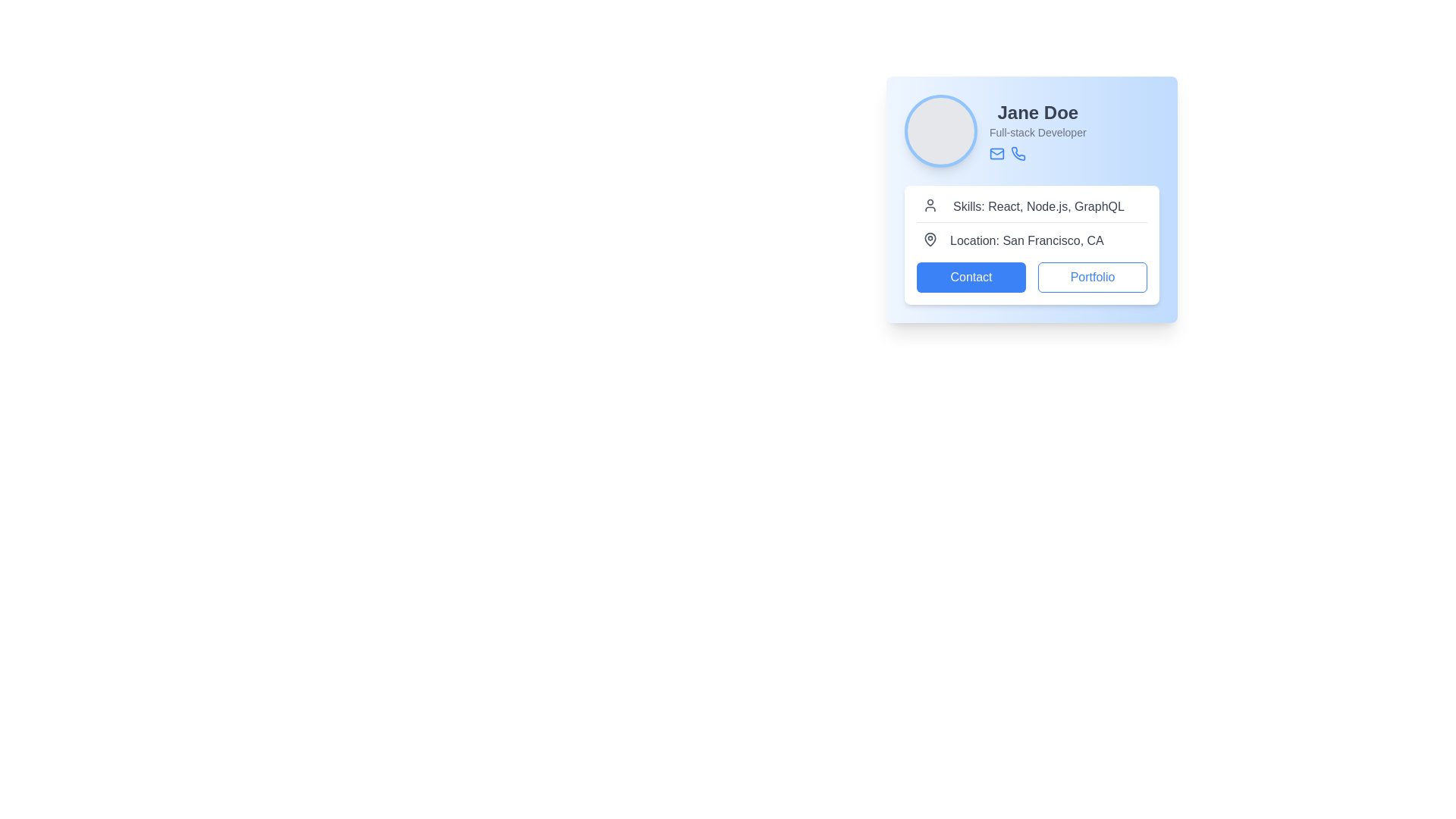 Image resolution: width=1456 pixels, height=819 pixels. Describe the element at coordinates (1018, 153) in the screenshot. I see `the blue phone icon located in the top right area of the profile card, distinct due to its modern outline style and recognizable shape` at that location.